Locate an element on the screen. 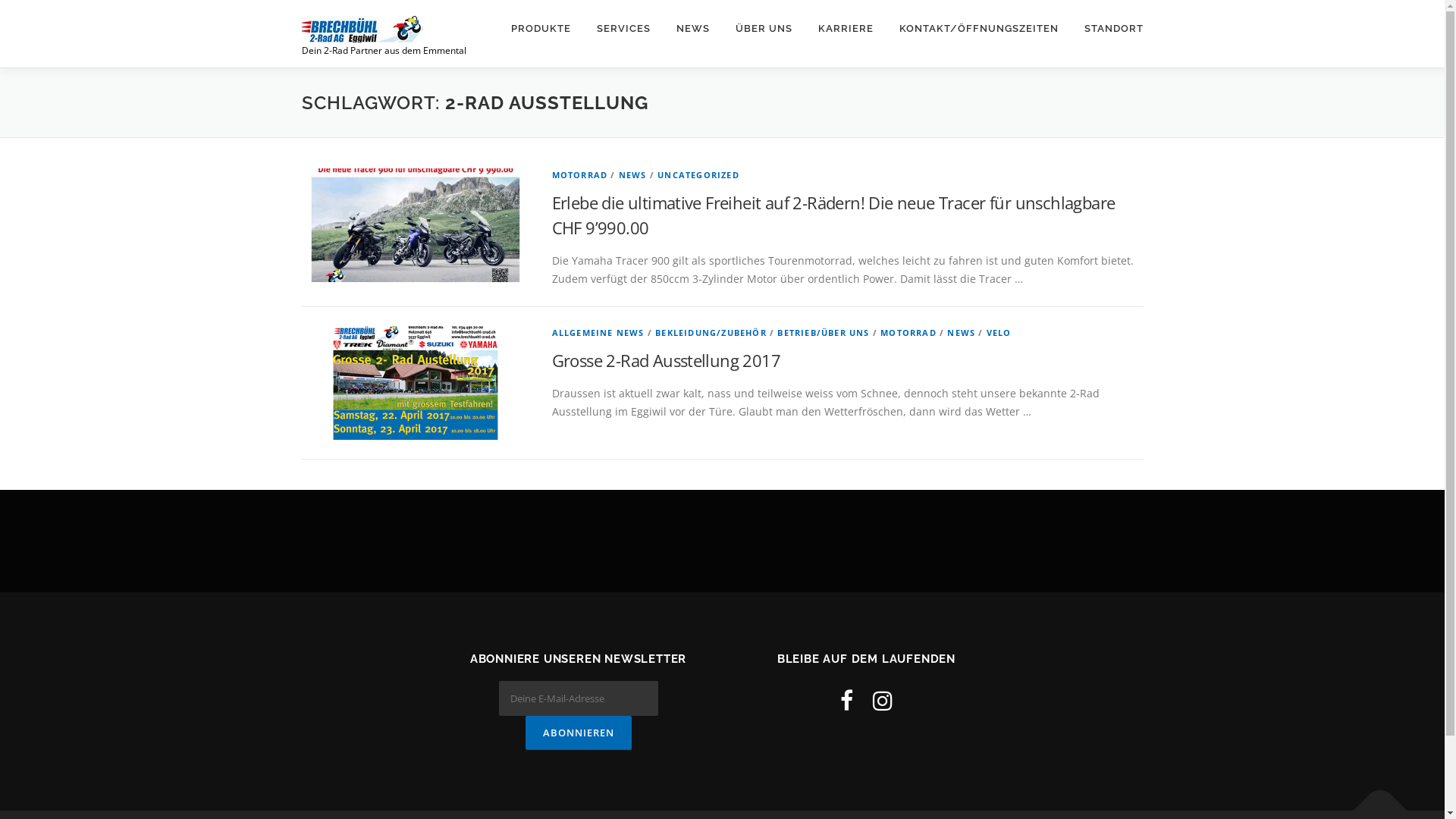 The height and width of the screenshot is (819, 1456). 'UNCATEGORIZED' is located at coordinates (657, 174).